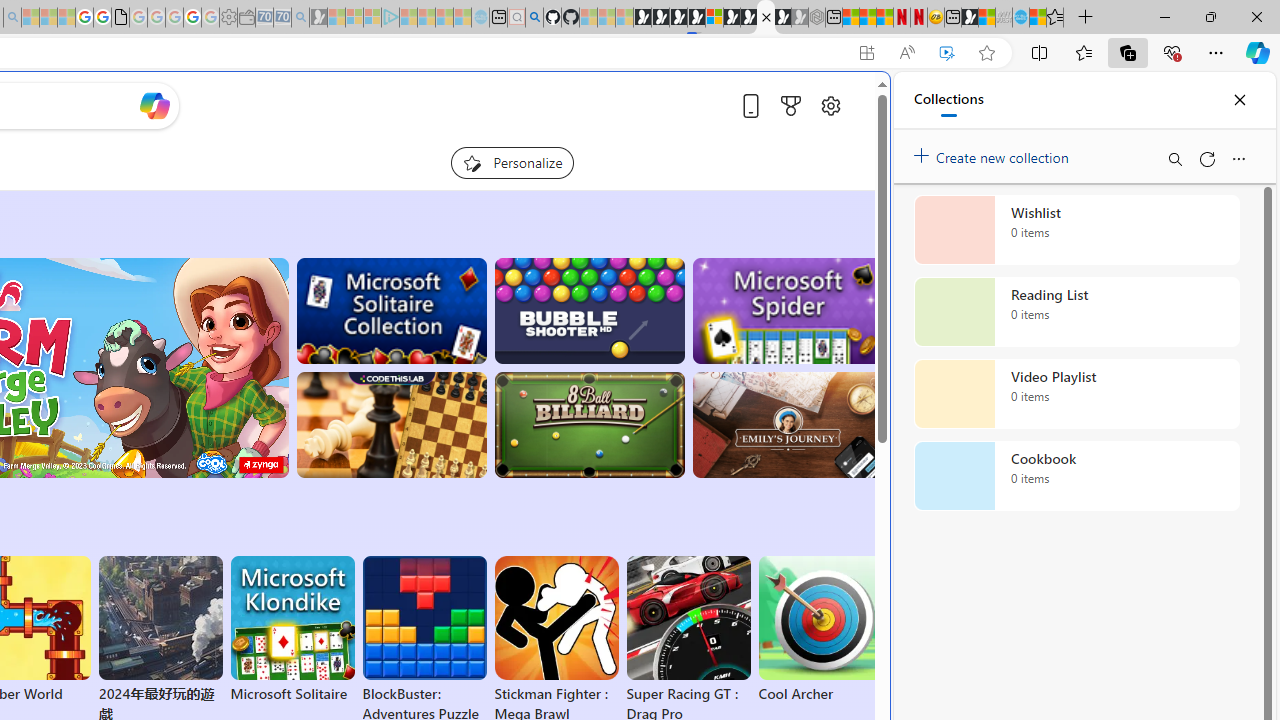  Describe the element at coordinates (1076, 475) in the screenshot. I see `'Cookbook collection, 0 items'` at that location.